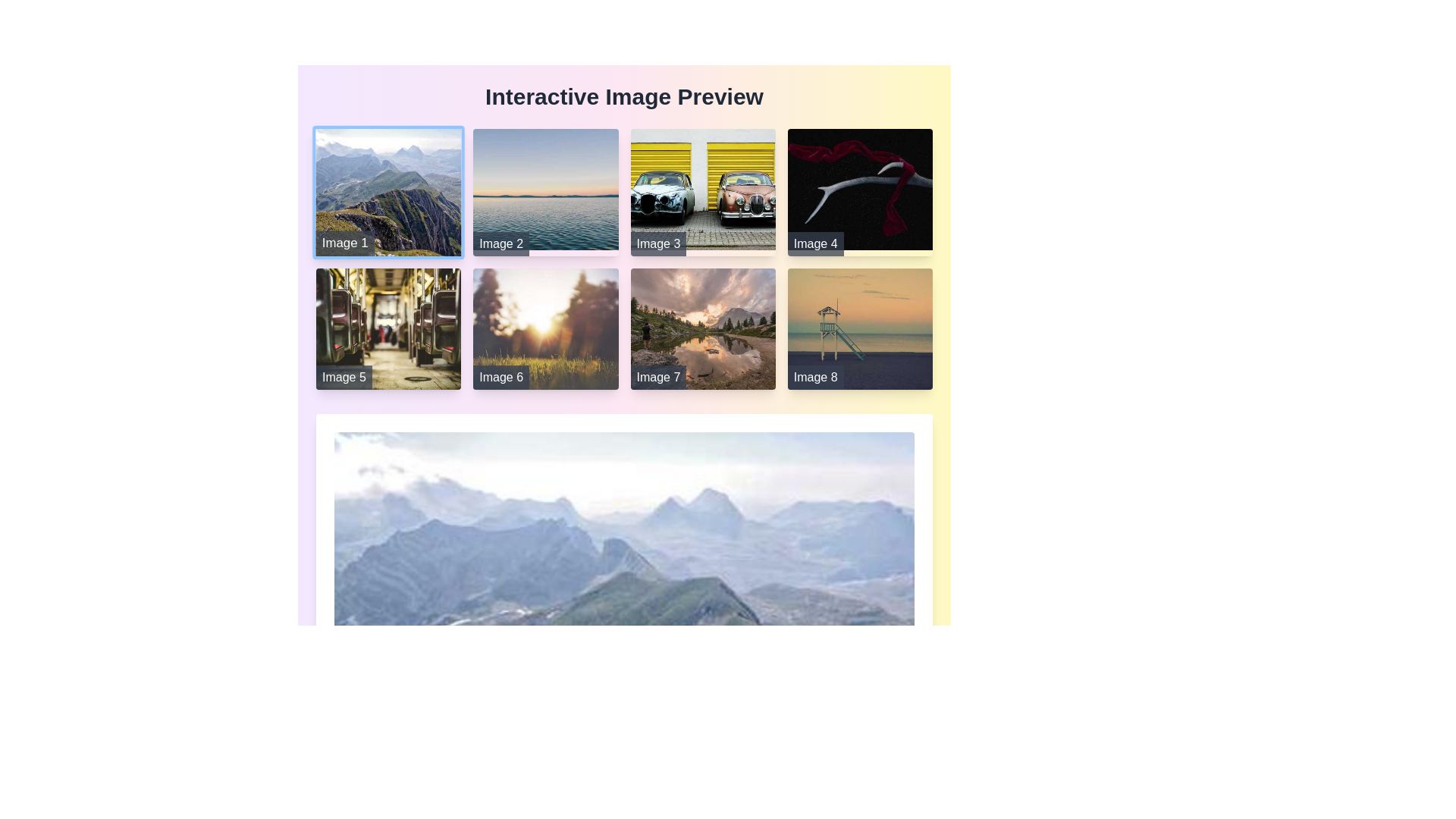 The height and width of the screenshot is (819, 1456). What do you see at coordinates (701, 189) in the screenshot?
I see `on the central image in the top row of the gallery` at bounding box center [701, 189].